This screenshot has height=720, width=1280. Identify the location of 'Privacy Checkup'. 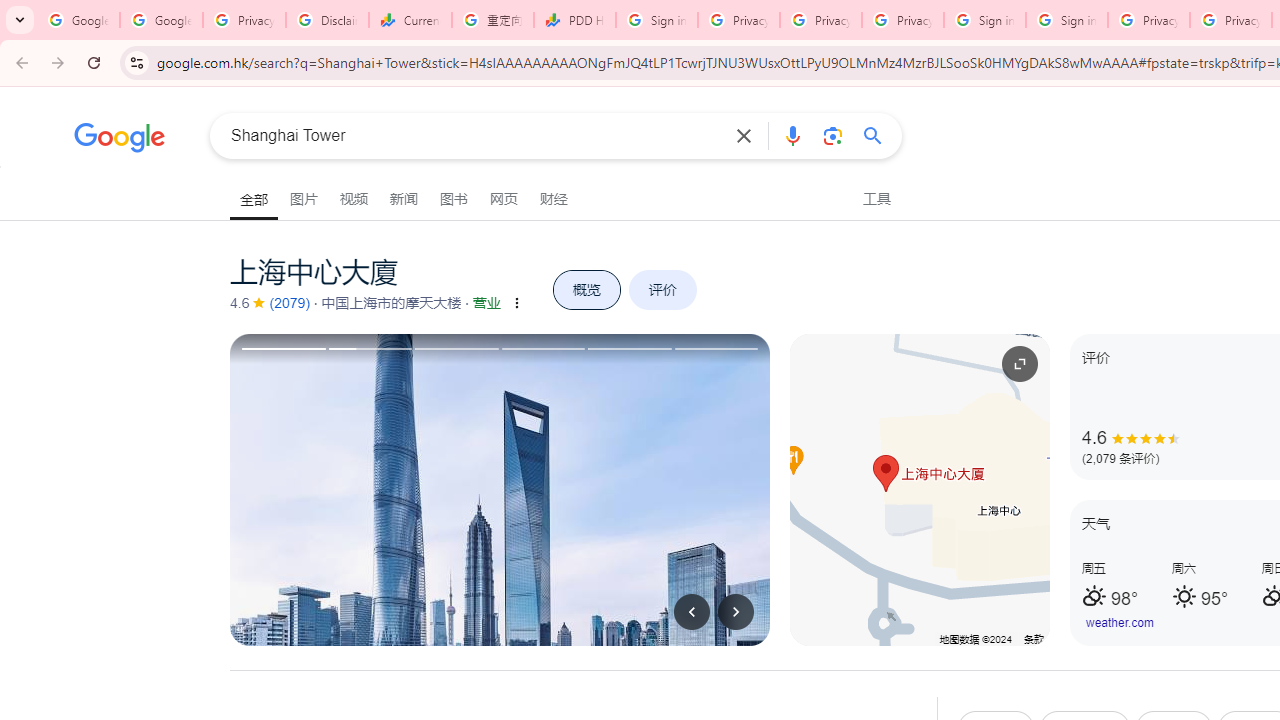
(820, 20).